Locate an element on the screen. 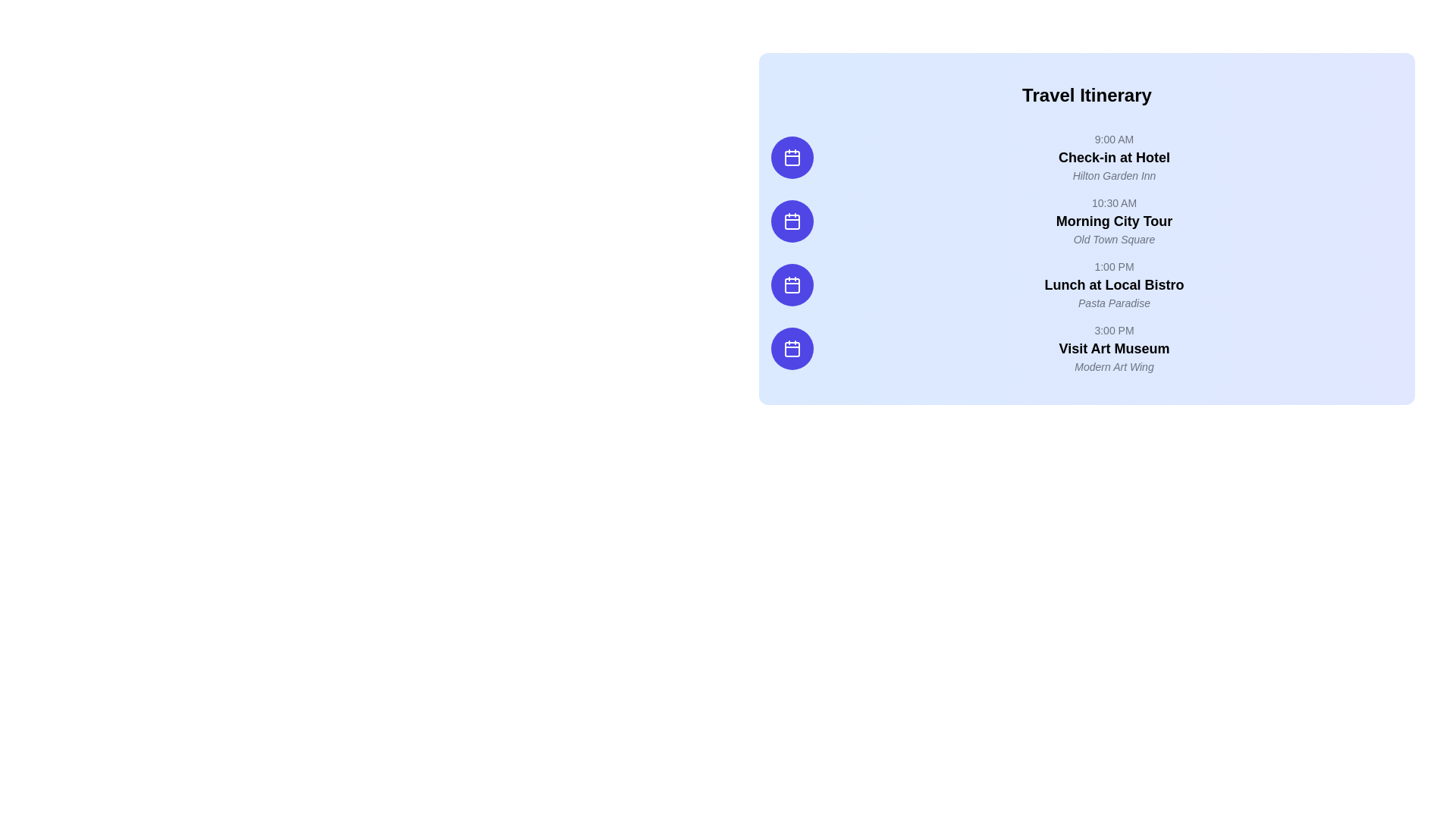 The width and height of the screenshot is (1456, 819). the third button from the top in the vertical stack is located at coordinates (792, 284).